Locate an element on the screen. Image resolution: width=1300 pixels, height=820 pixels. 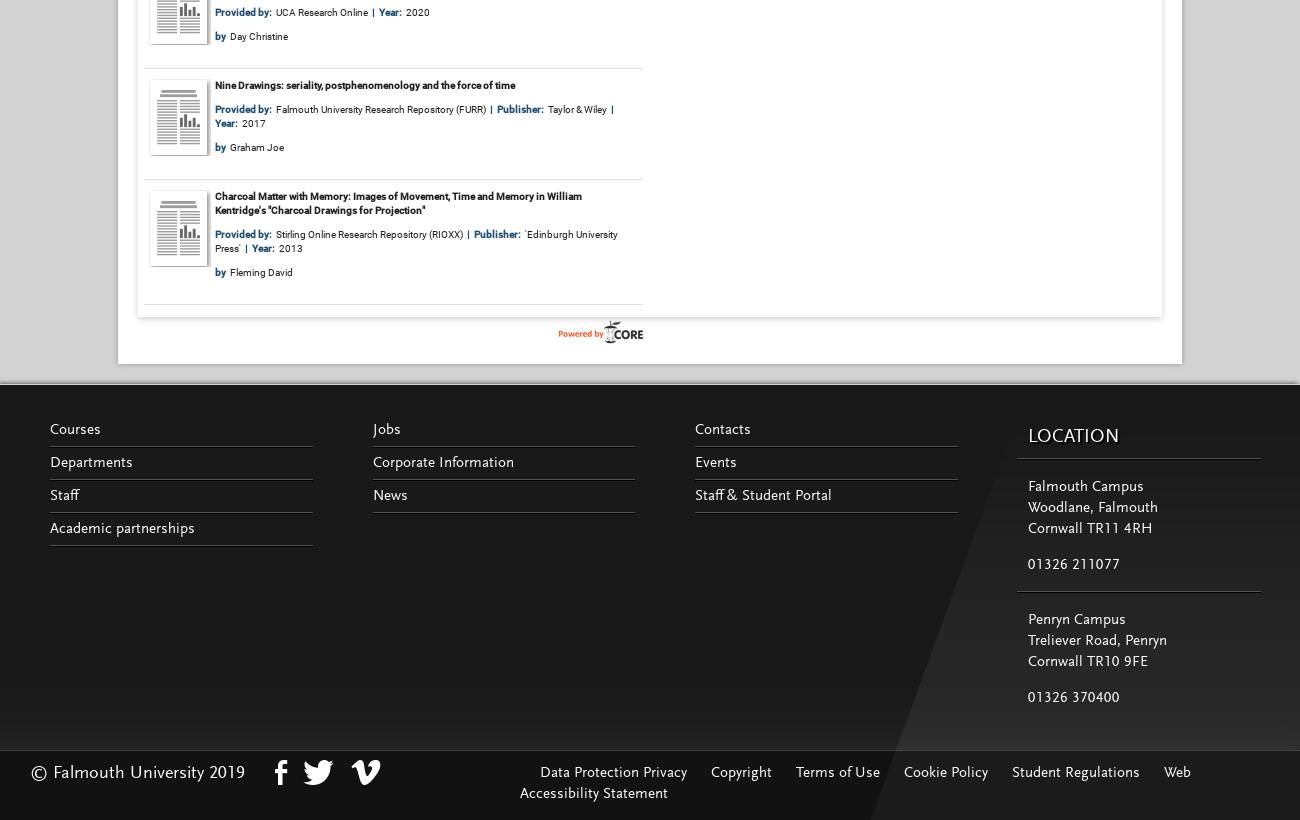
'Staff' is located at coordinates (63, 495).